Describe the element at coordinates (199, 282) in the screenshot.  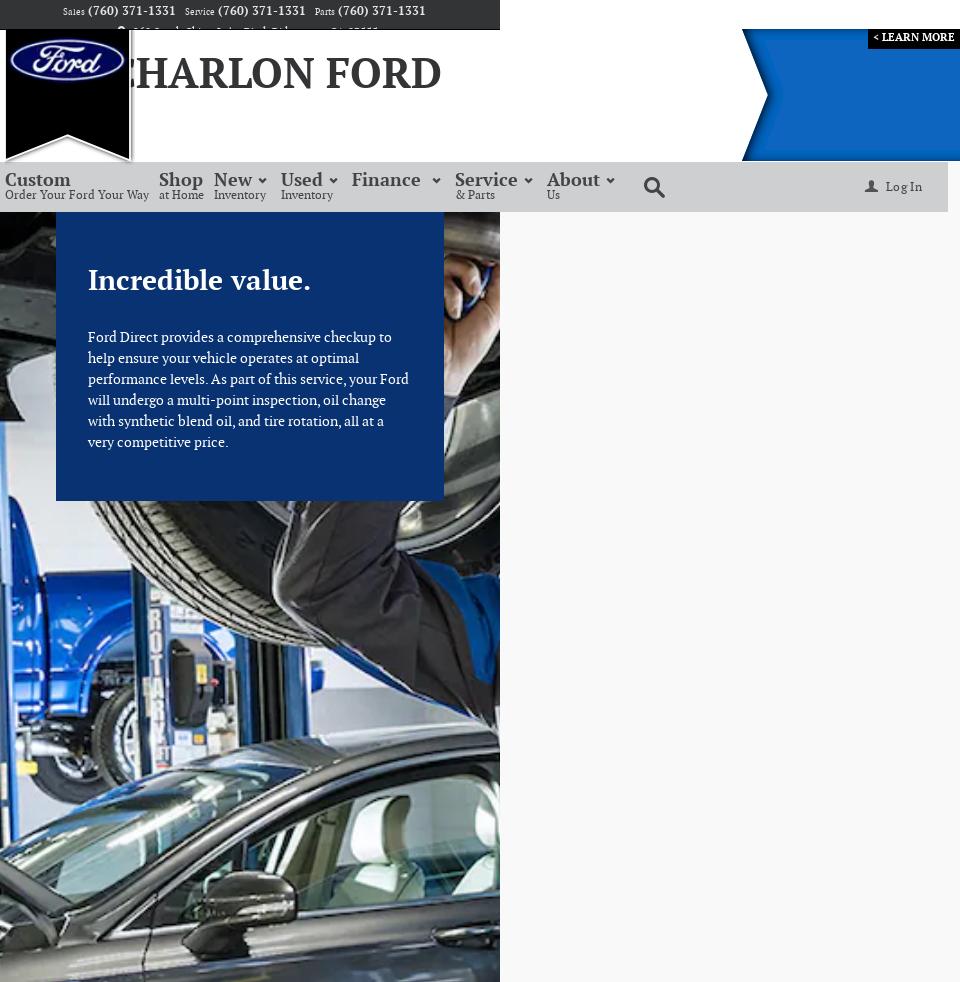
I see `'Incredible value.'` at that location.